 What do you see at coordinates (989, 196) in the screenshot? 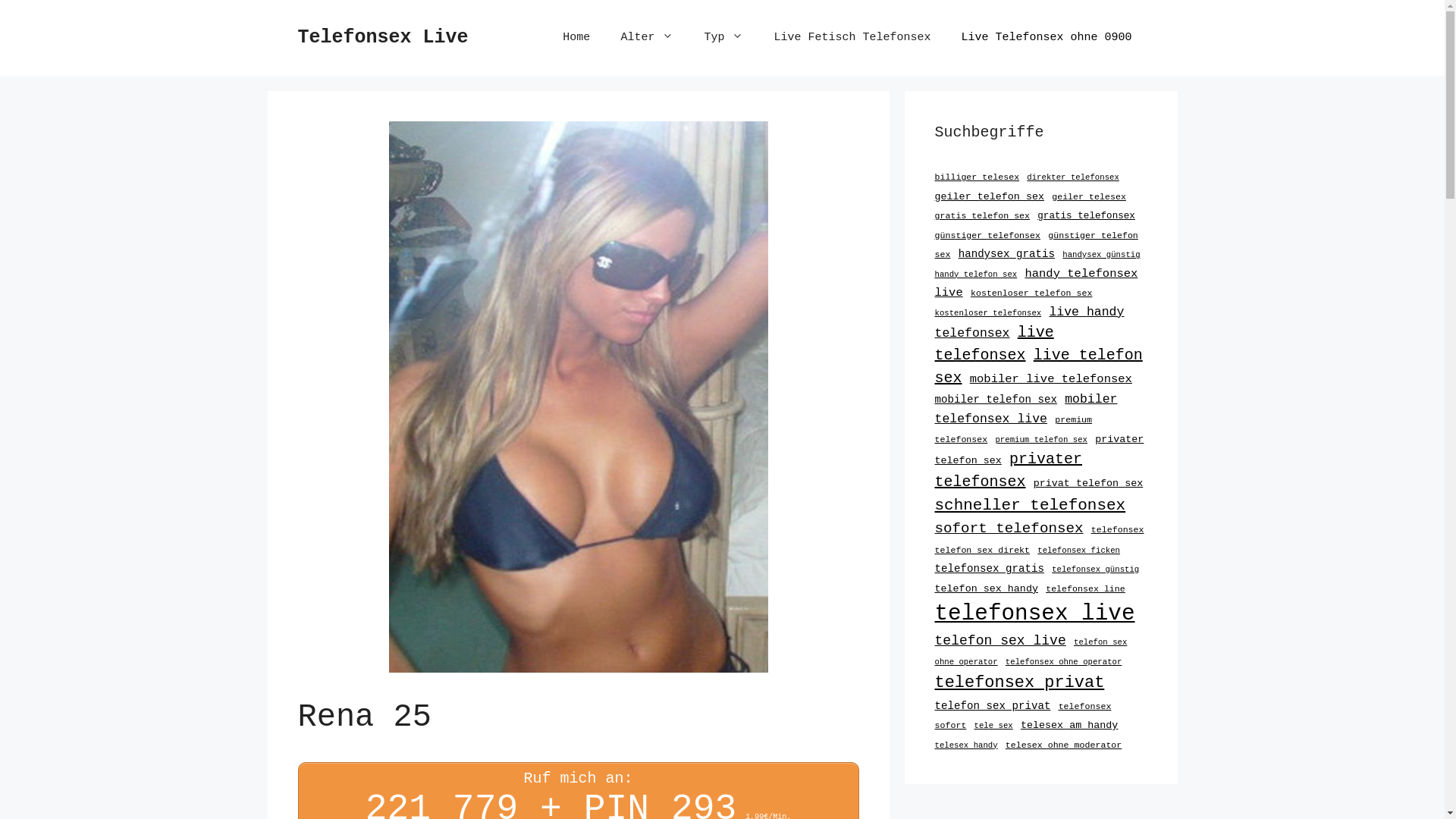
I see `'geiler telefon sex'` at bounding box center [989, 196].